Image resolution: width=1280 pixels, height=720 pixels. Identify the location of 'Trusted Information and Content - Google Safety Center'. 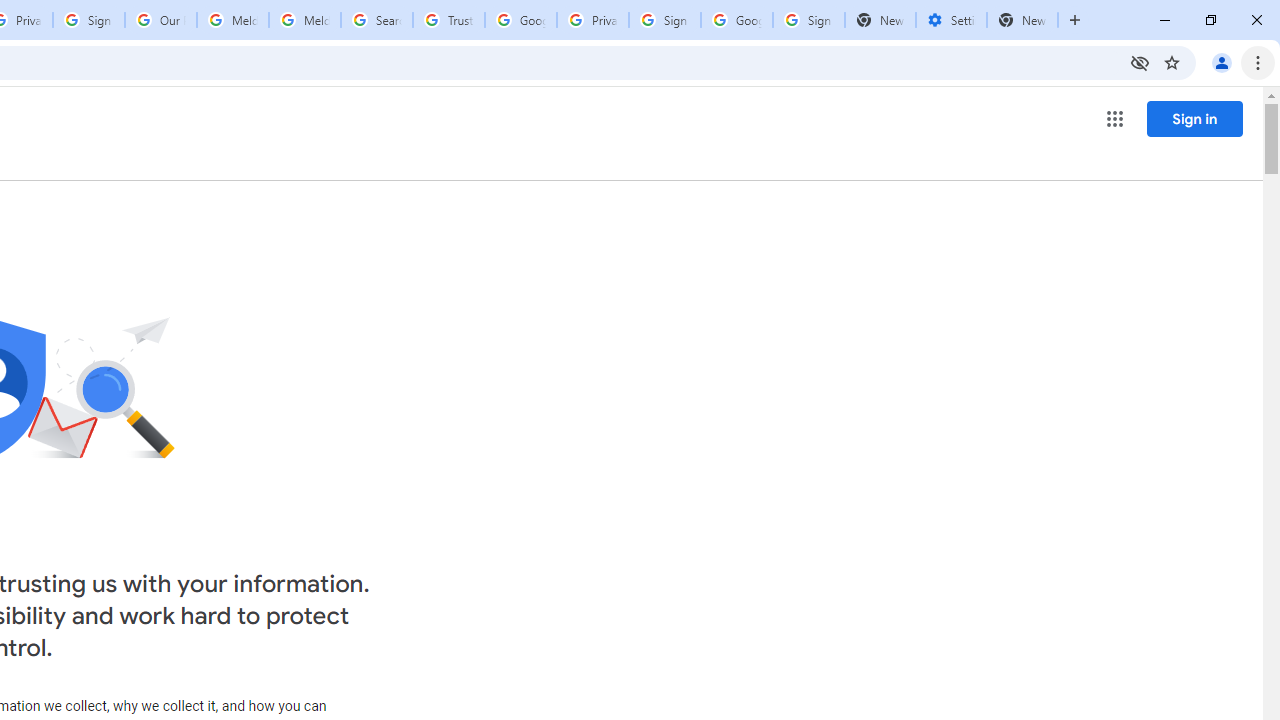
(448, 20).